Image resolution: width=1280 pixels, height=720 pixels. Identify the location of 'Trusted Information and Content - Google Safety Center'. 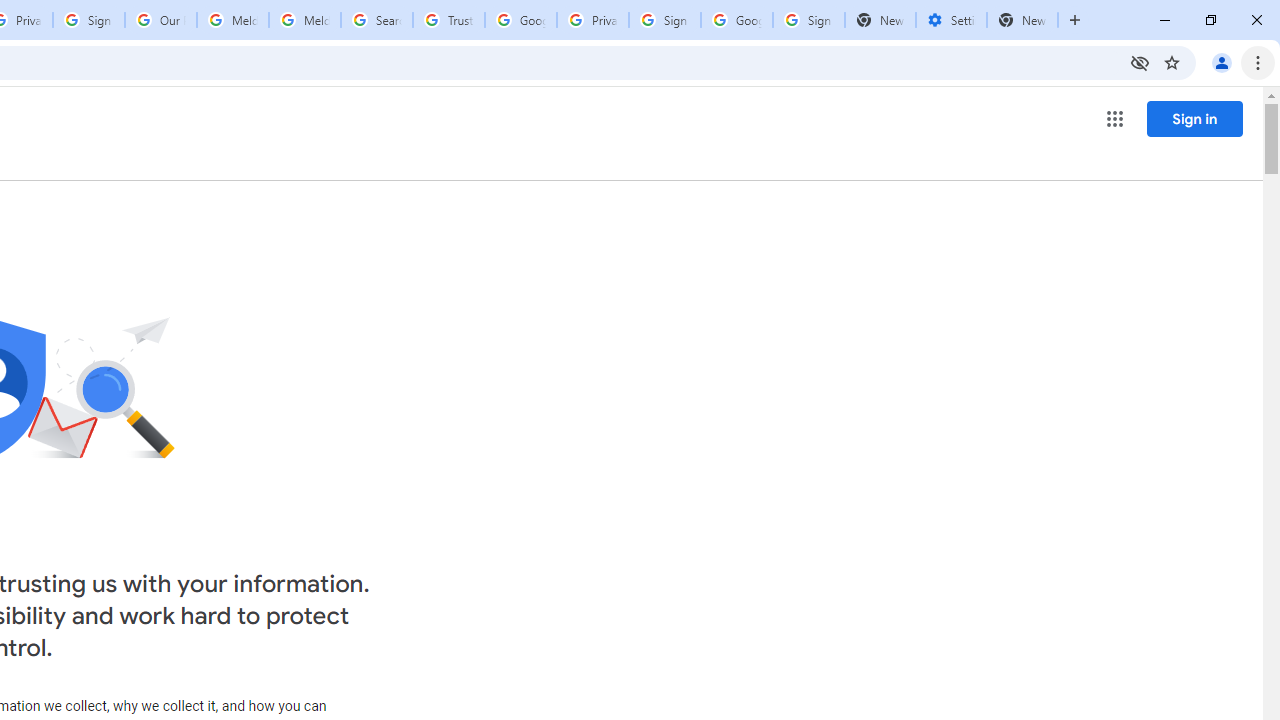
(448, 20).